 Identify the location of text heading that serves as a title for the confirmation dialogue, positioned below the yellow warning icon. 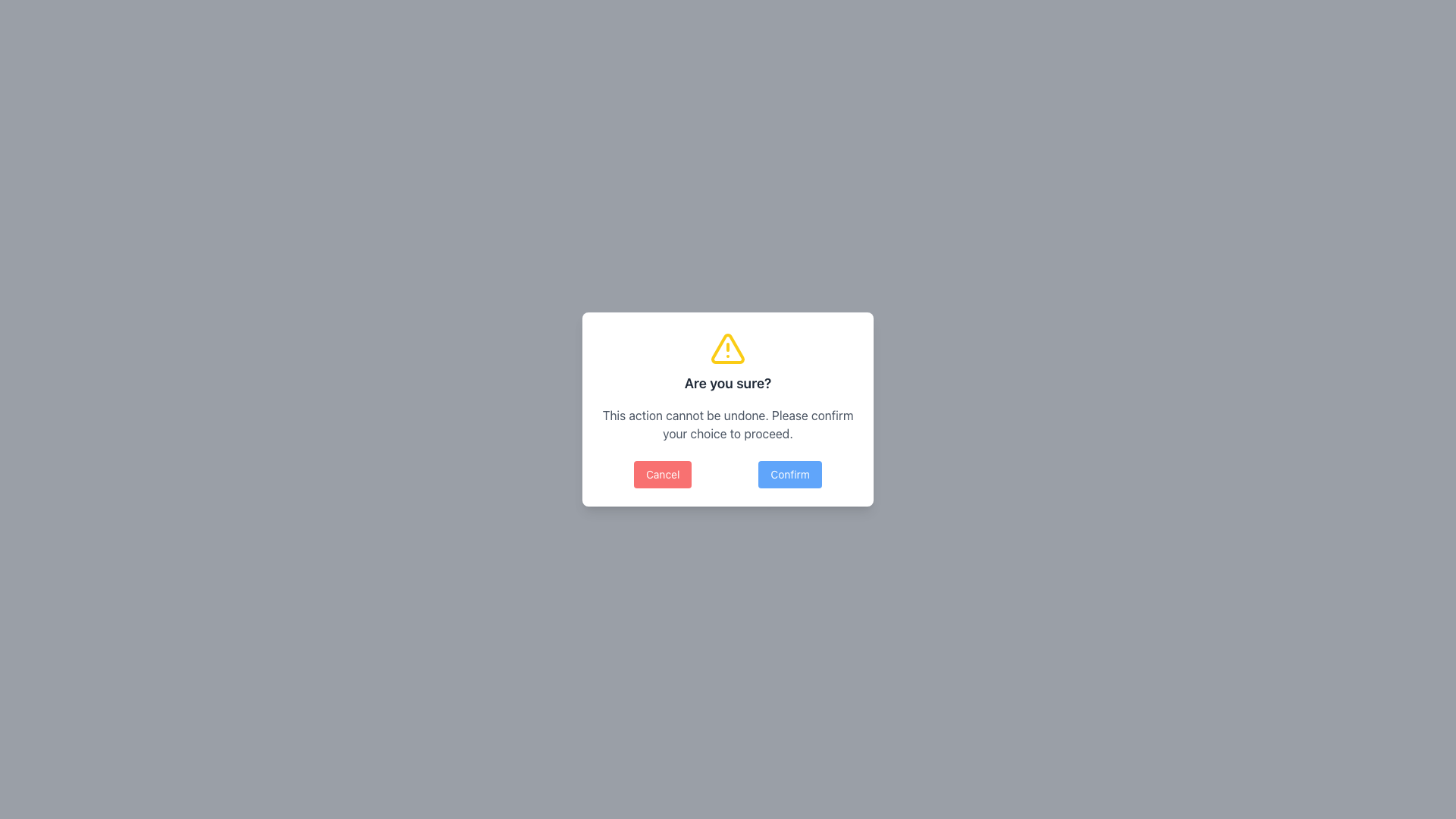
(728, 382).